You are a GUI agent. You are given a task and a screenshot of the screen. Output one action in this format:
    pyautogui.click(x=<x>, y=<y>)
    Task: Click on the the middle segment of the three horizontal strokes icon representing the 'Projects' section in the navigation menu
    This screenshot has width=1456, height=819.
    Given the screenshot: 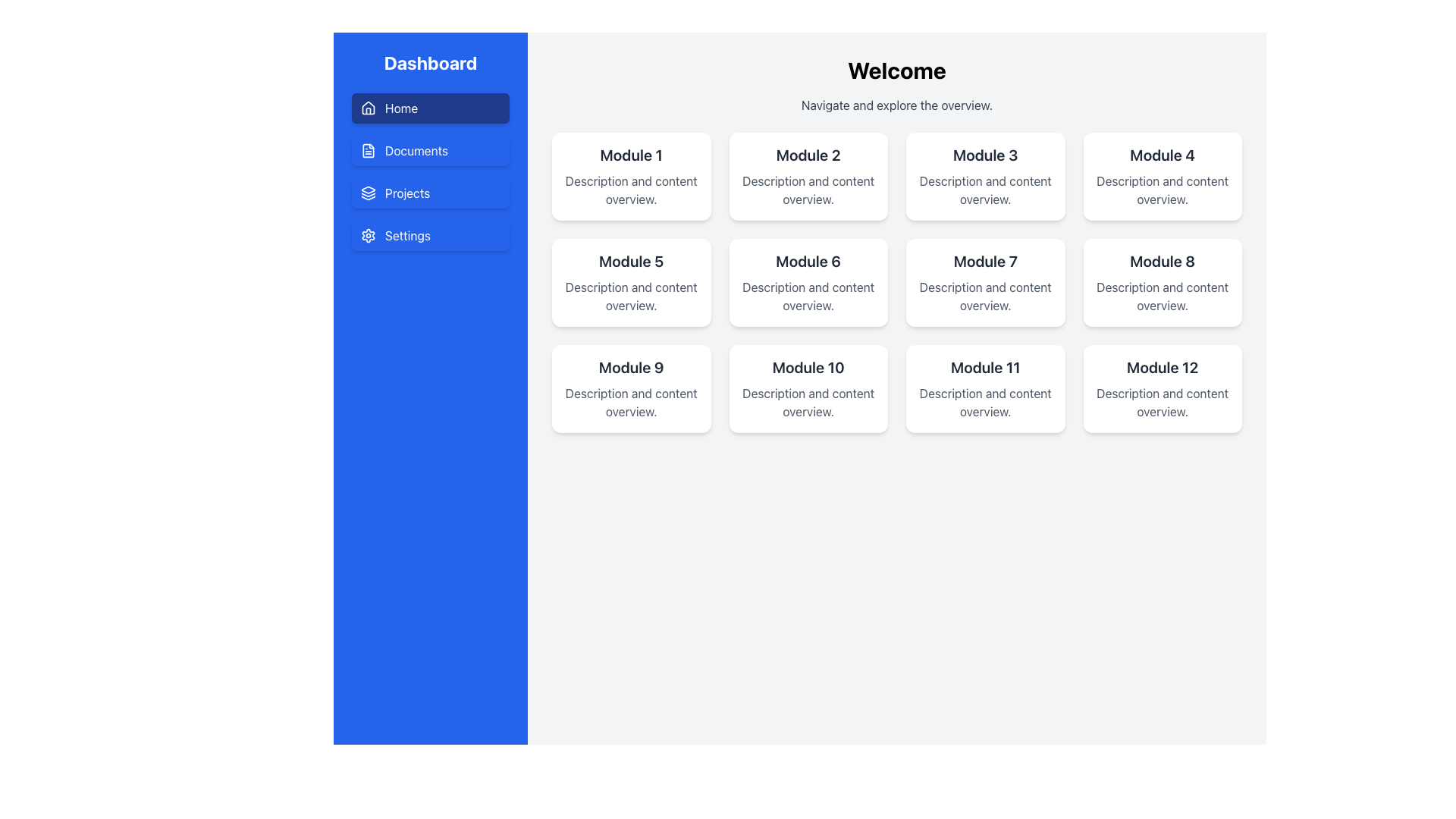 What is the action you would take?
    pyautogui.click(x=368, y=194)
    